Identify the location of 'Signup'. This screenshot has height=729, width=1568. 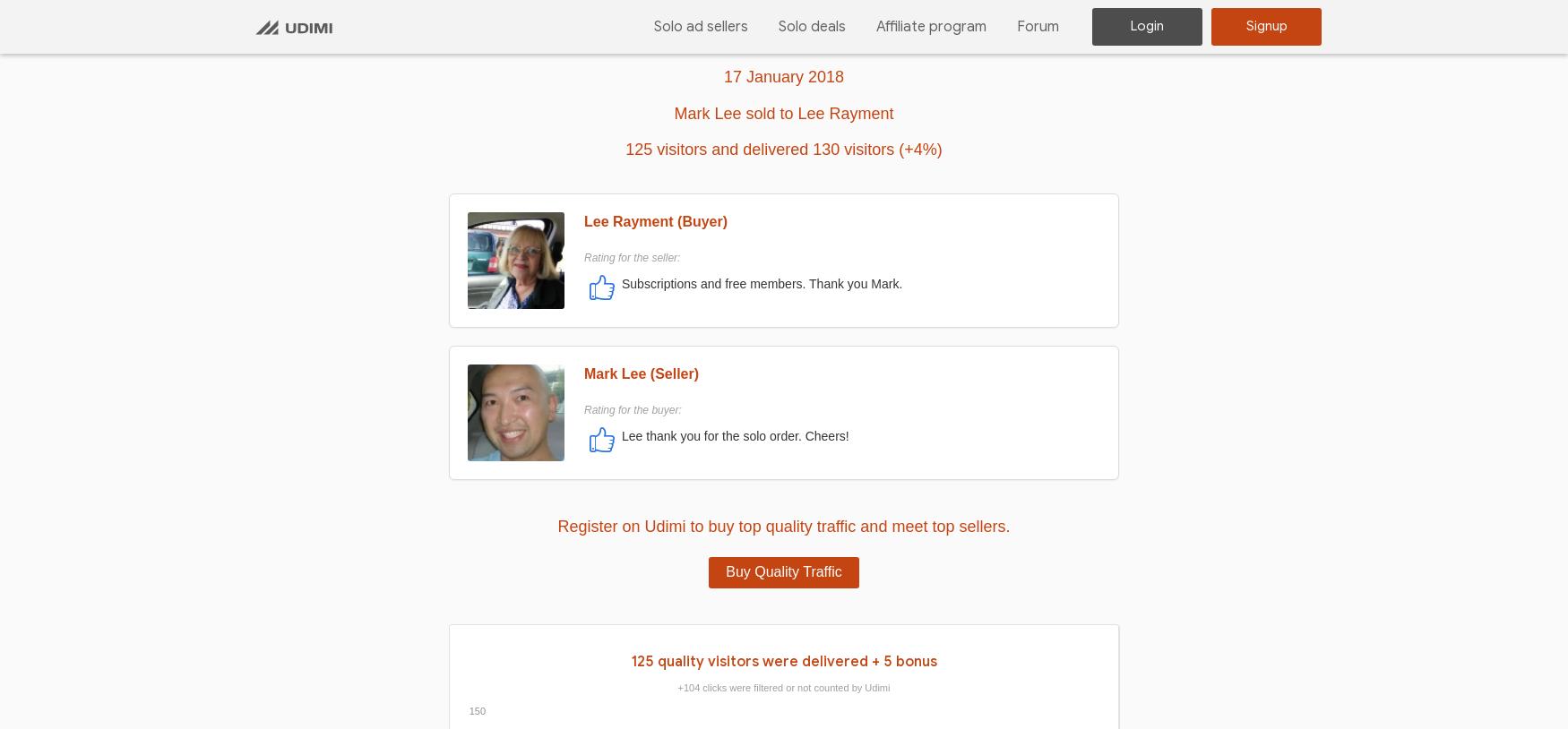
(1264, 24).